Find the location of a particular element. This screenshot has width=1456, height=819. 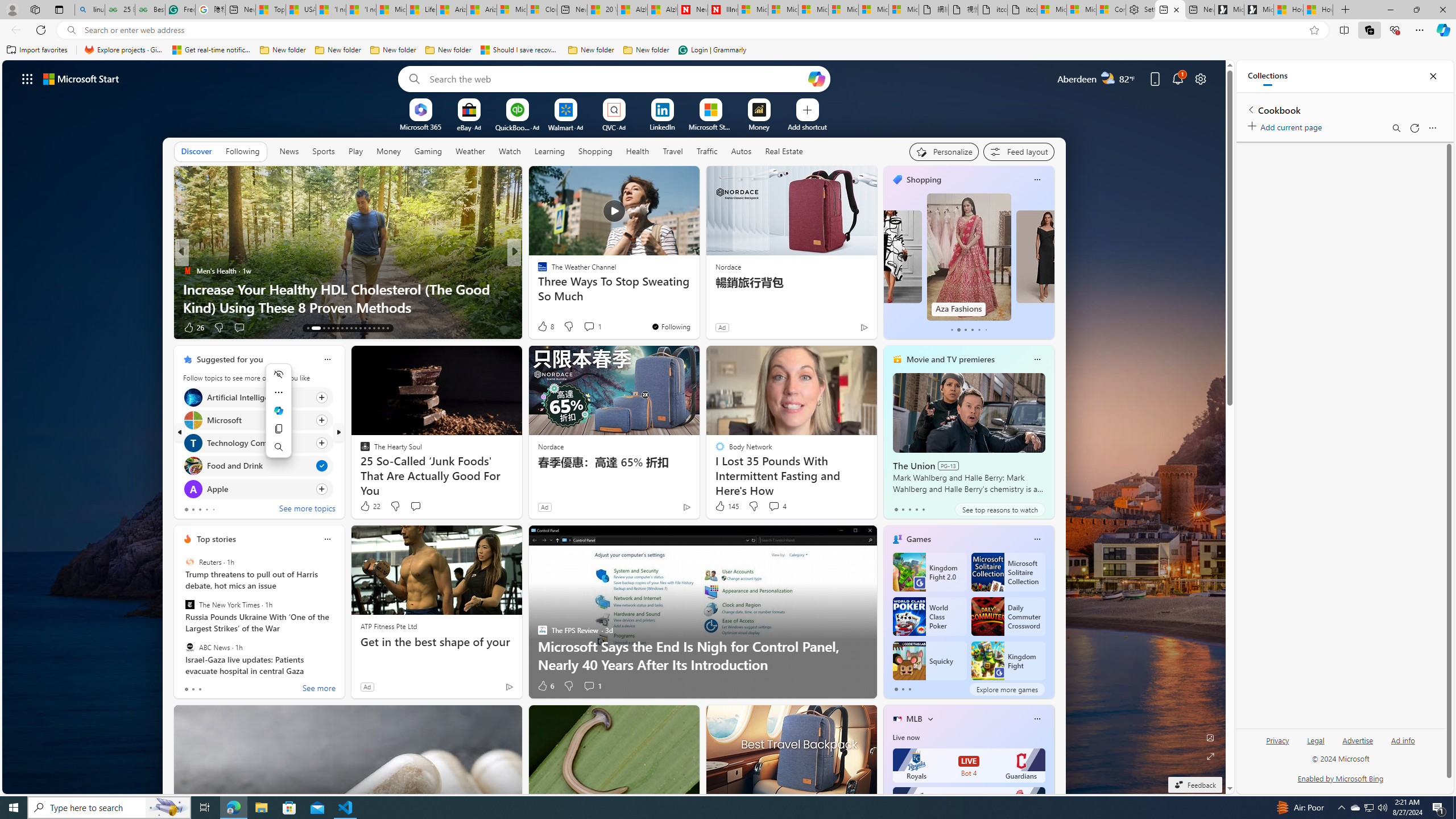

'147 Like' is located at coordinates (544, 327).